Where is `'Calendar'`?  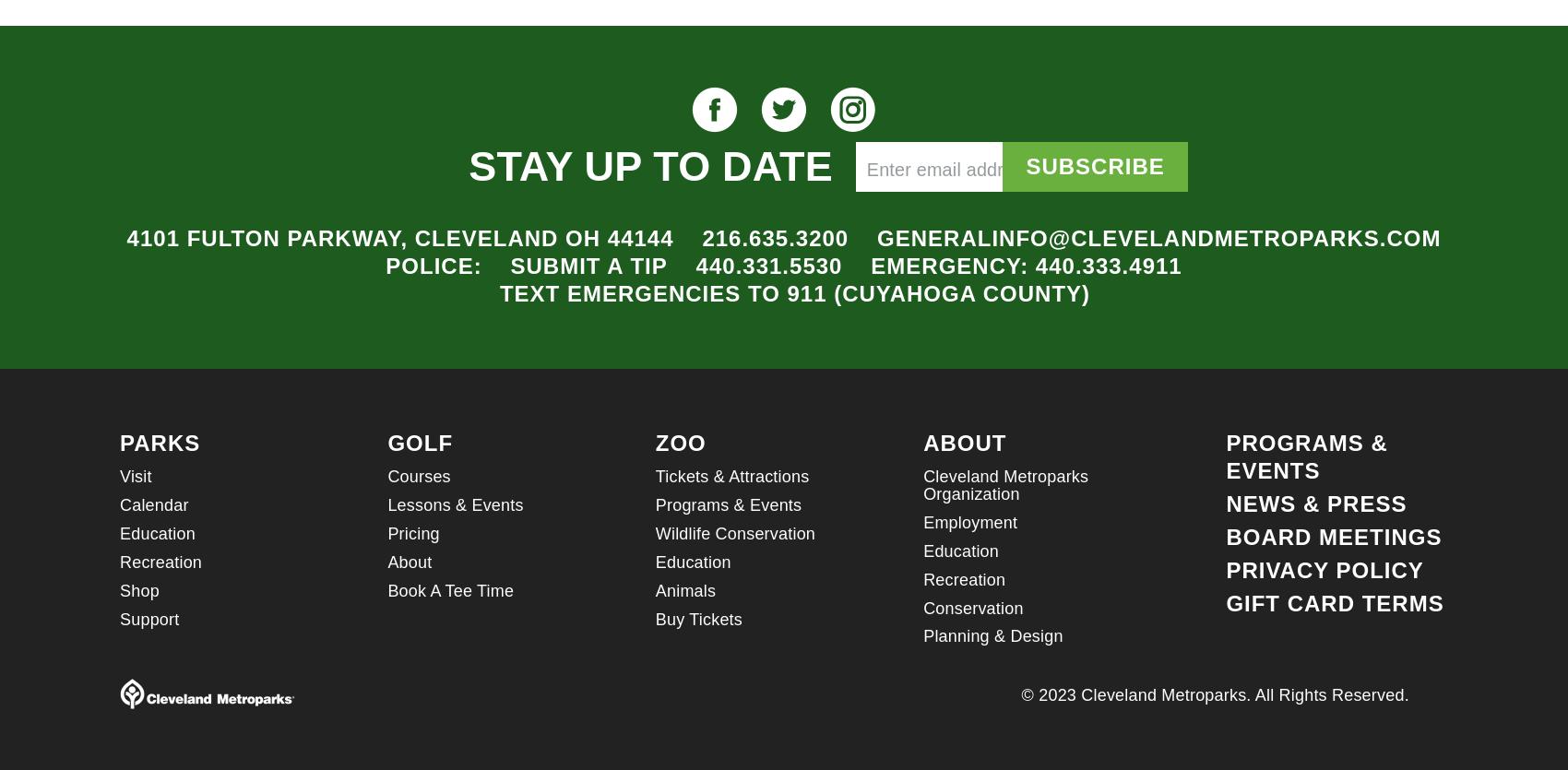 'Calendar' is located at coordinates (152, 504).